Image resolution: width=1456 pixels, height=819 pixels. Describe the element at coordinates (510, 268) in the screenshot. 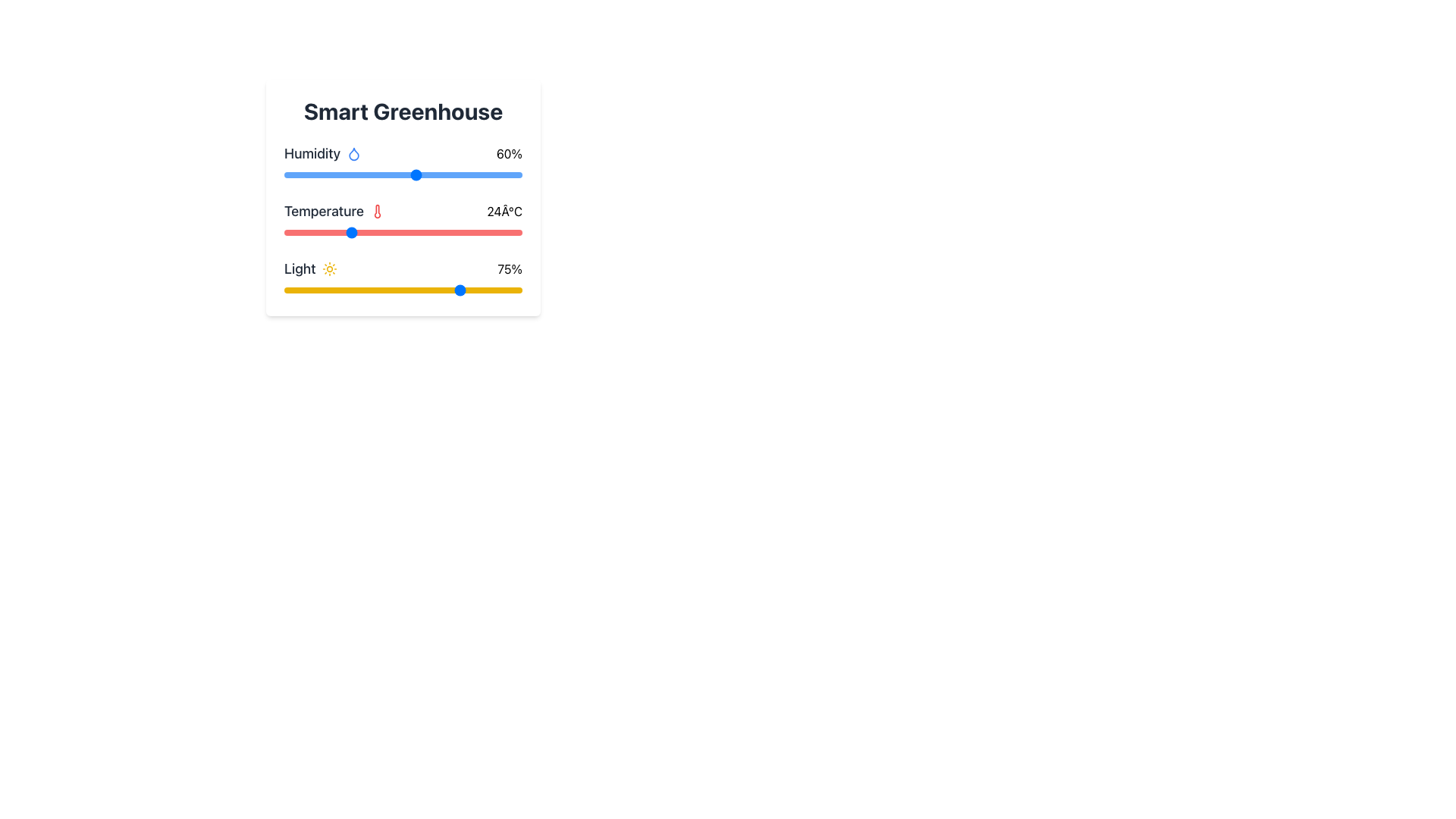

I see `the Label displaying '75%' in black font on a white background, located at the right end of the 'Light' metric's row in the 'Smart Greenhouse' interface` at that location.